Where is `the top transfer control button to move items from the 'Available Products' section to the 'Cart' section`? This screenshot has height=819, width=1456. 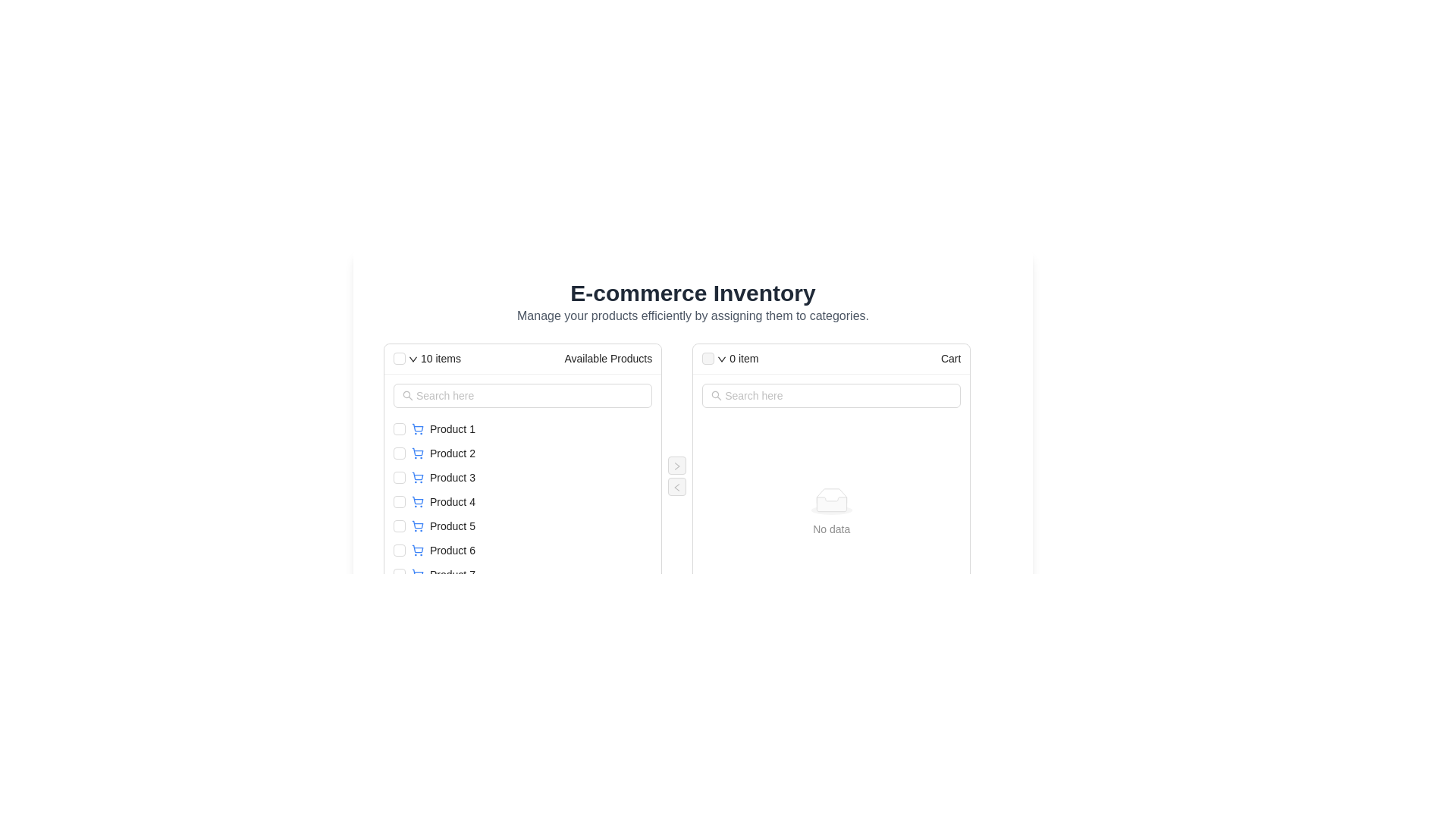
the top transfer control button to move items from the 'Available Products' section to the 'Cart' section is located at coordinates (676, 475).